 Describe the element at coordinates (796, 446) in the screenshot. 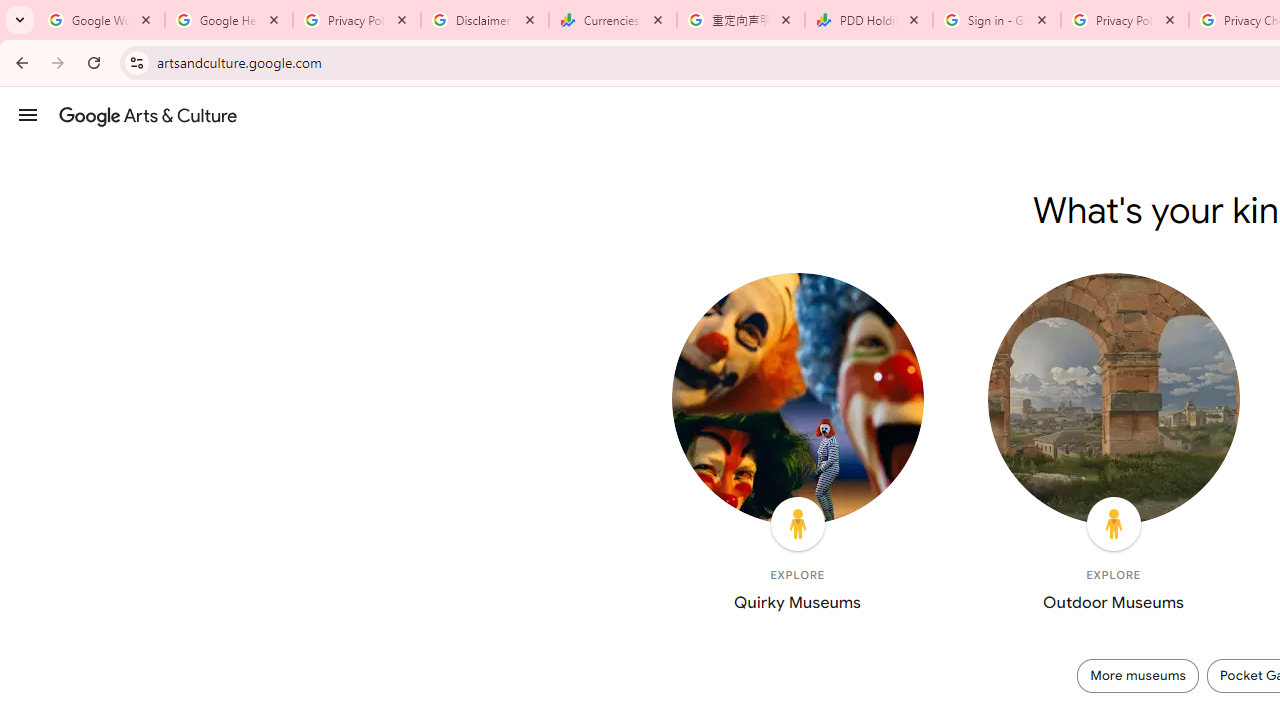

I see `'EXPLORE Quirky Museums'` at that location.